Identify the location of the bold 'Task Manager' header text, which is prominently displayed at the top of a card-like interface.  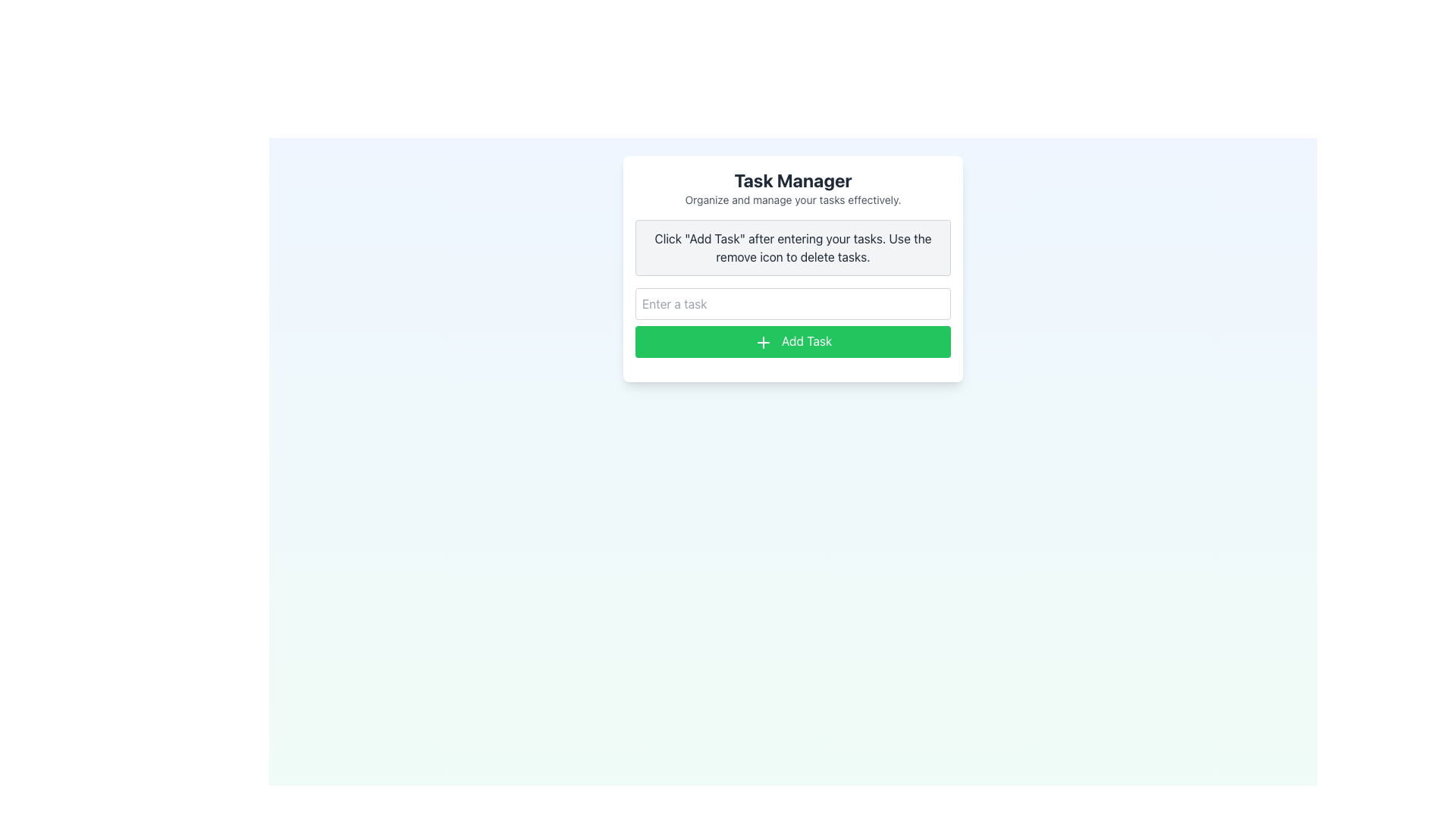
(792, 180).